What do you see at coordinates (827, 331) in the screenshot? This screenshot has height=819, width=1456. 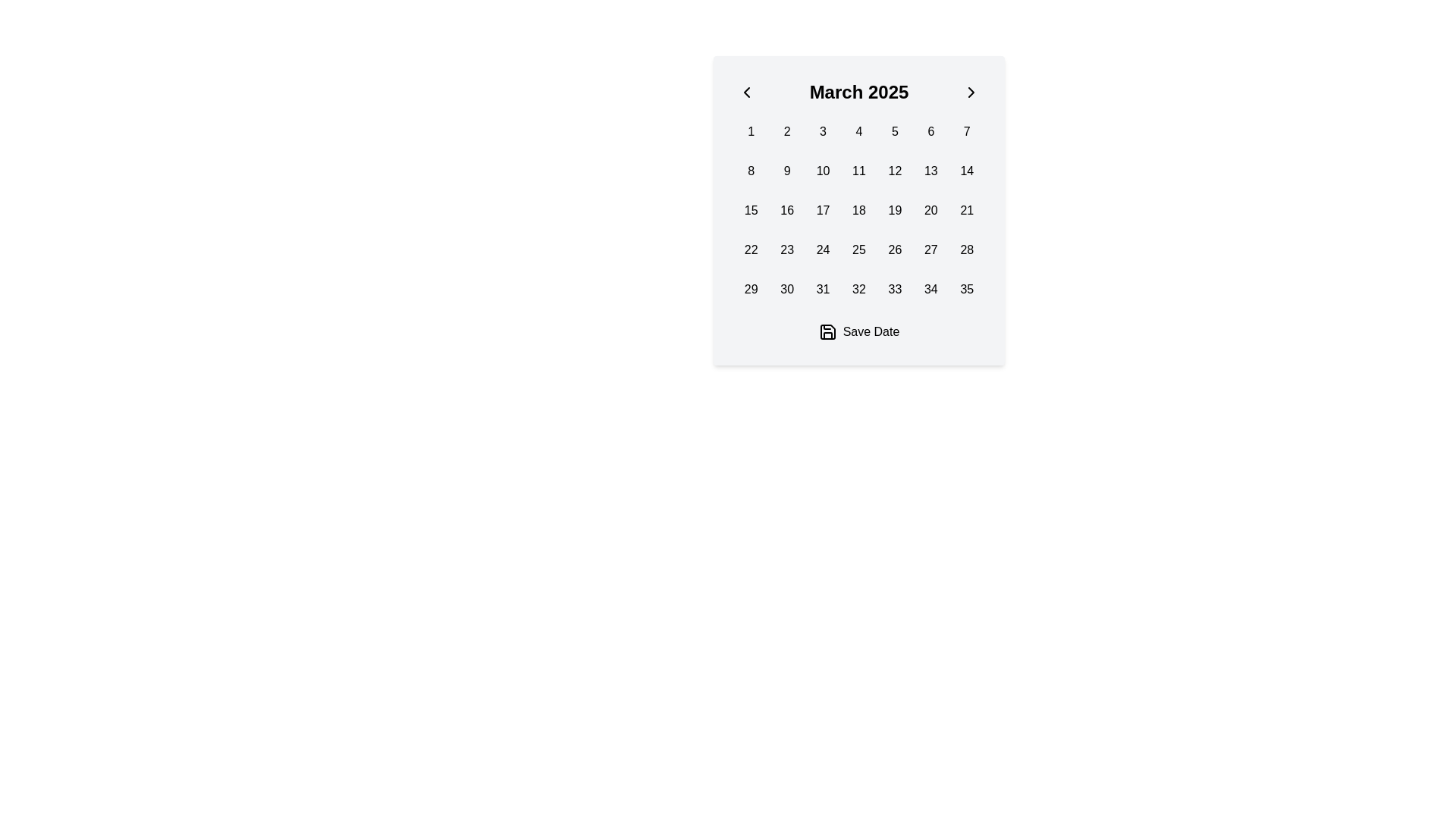 I see `the upper portion of the save icon located near the 'Save Date' label at the bottom of the calendar interface` at bounding box center [827, 331].